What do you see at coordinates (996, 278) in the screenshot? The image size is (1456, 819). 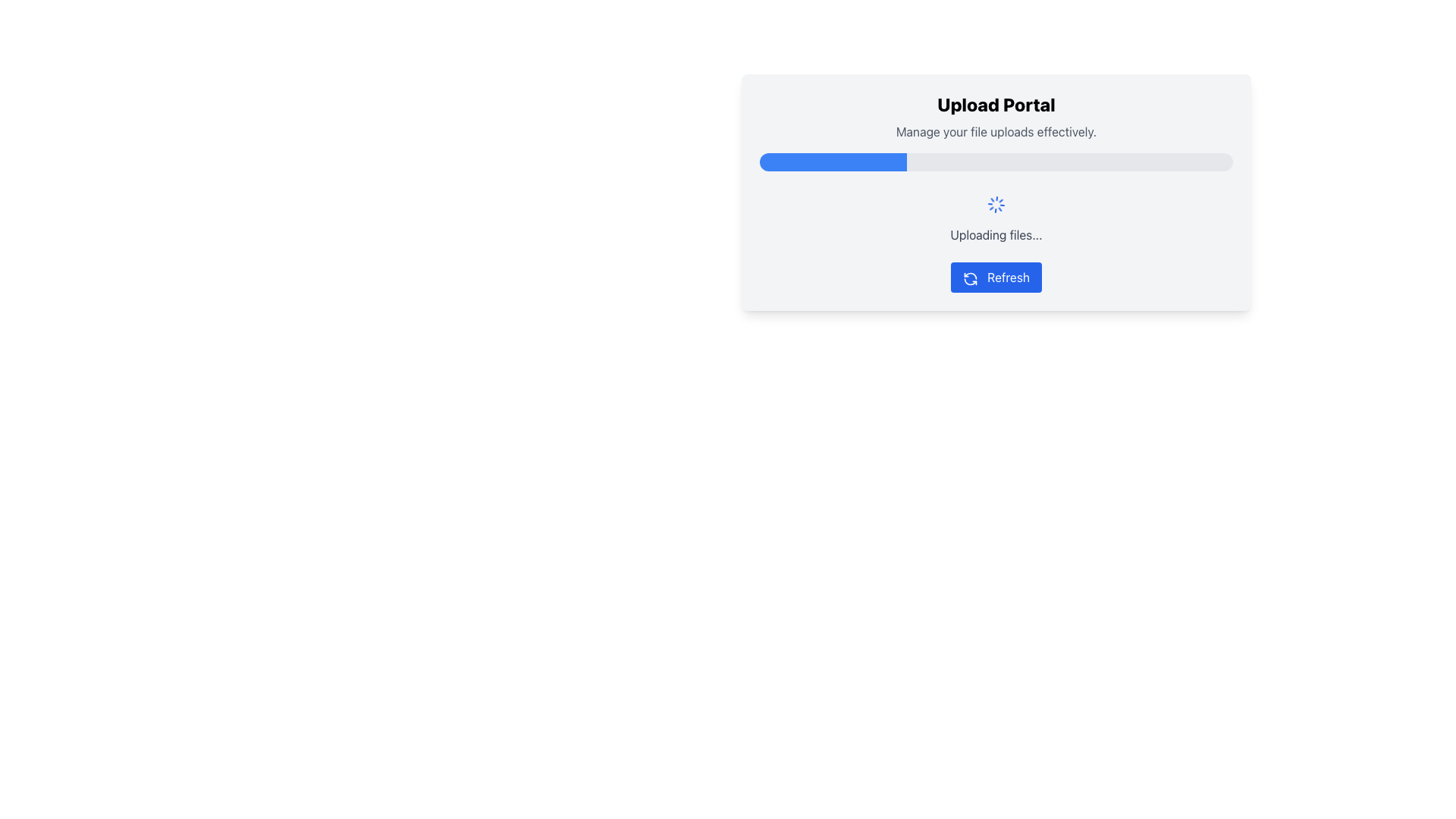 I see `the rectangular blue 'Refresh' button with rounded corners located at the bottom center of the 'Upload Portal' panel` at bounding box center [996, 278].